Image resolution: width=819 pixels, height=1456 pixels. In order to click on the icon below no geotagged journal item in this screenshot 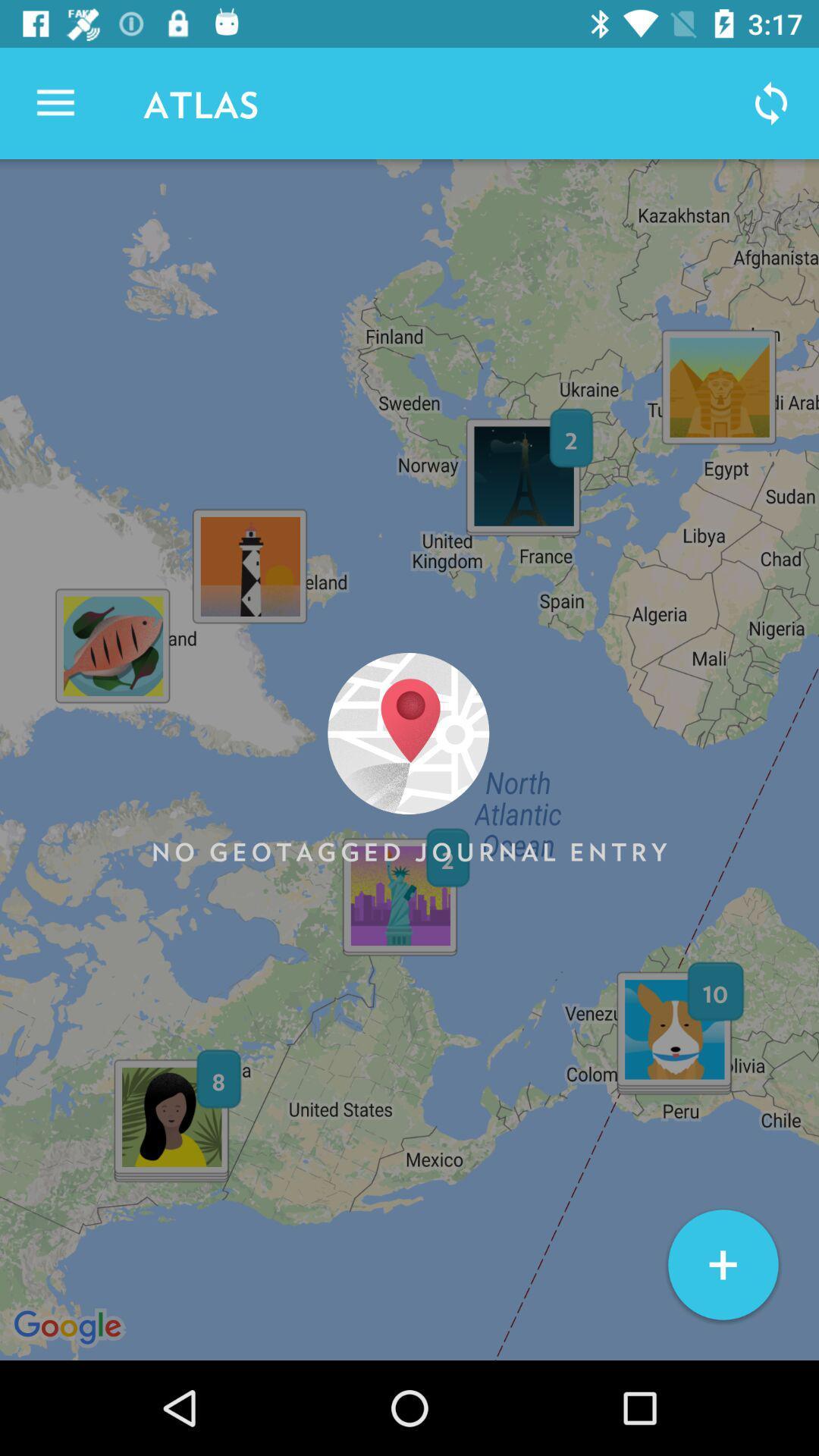, I will do `click(722, 1265)`.